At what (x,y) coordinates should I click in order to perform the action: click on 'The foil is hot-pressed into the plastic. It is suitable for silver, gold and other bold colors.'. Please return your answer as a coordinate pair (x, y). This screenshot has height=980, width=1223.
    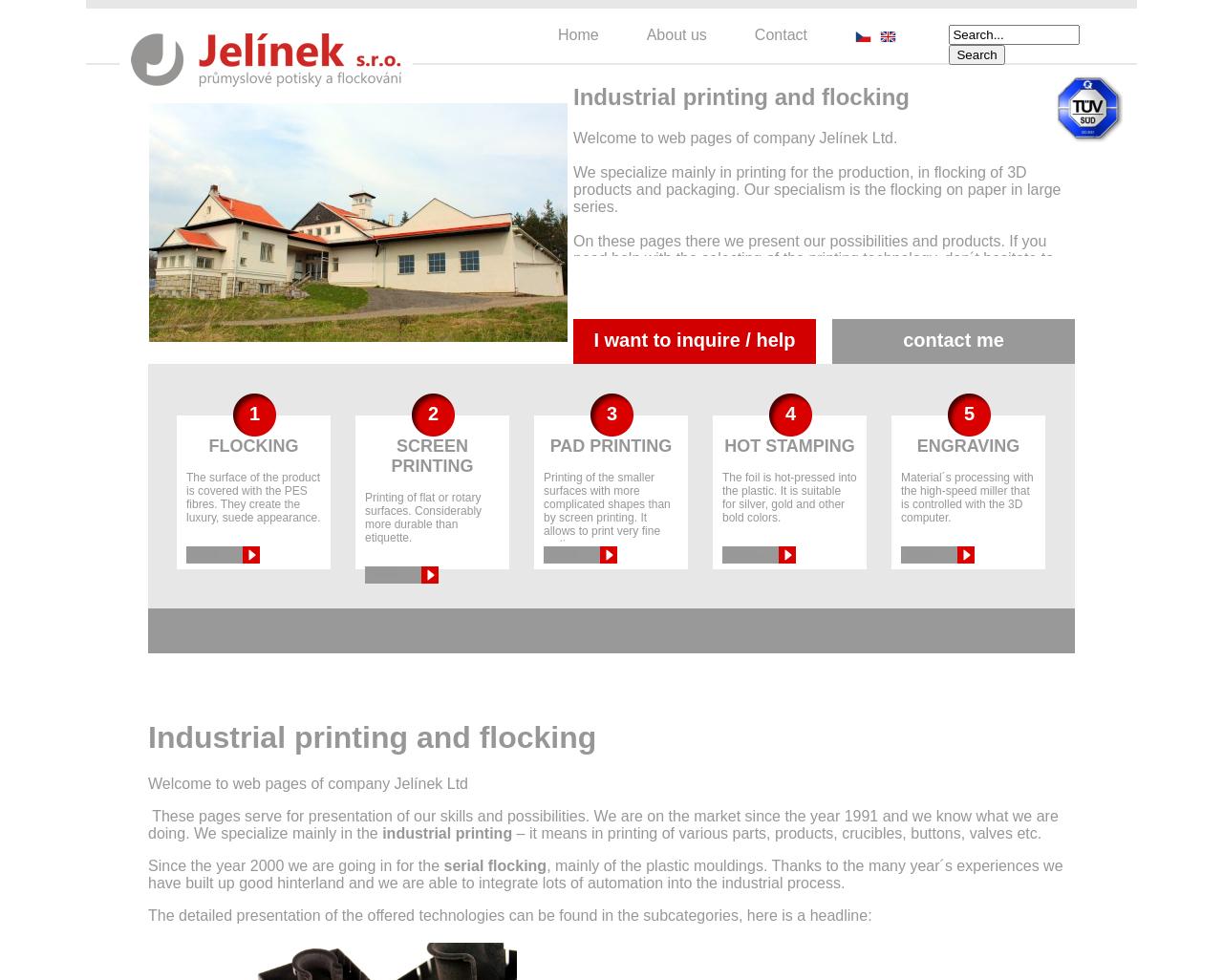
    Looking at the image, I should click on (788, 496).